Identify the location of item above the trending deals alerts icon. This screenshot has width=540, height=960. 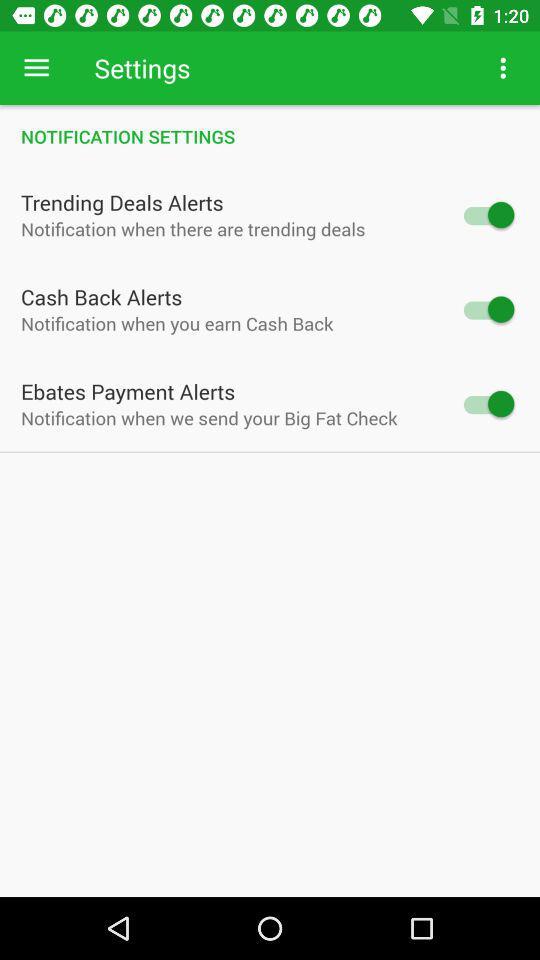
(270, 135).